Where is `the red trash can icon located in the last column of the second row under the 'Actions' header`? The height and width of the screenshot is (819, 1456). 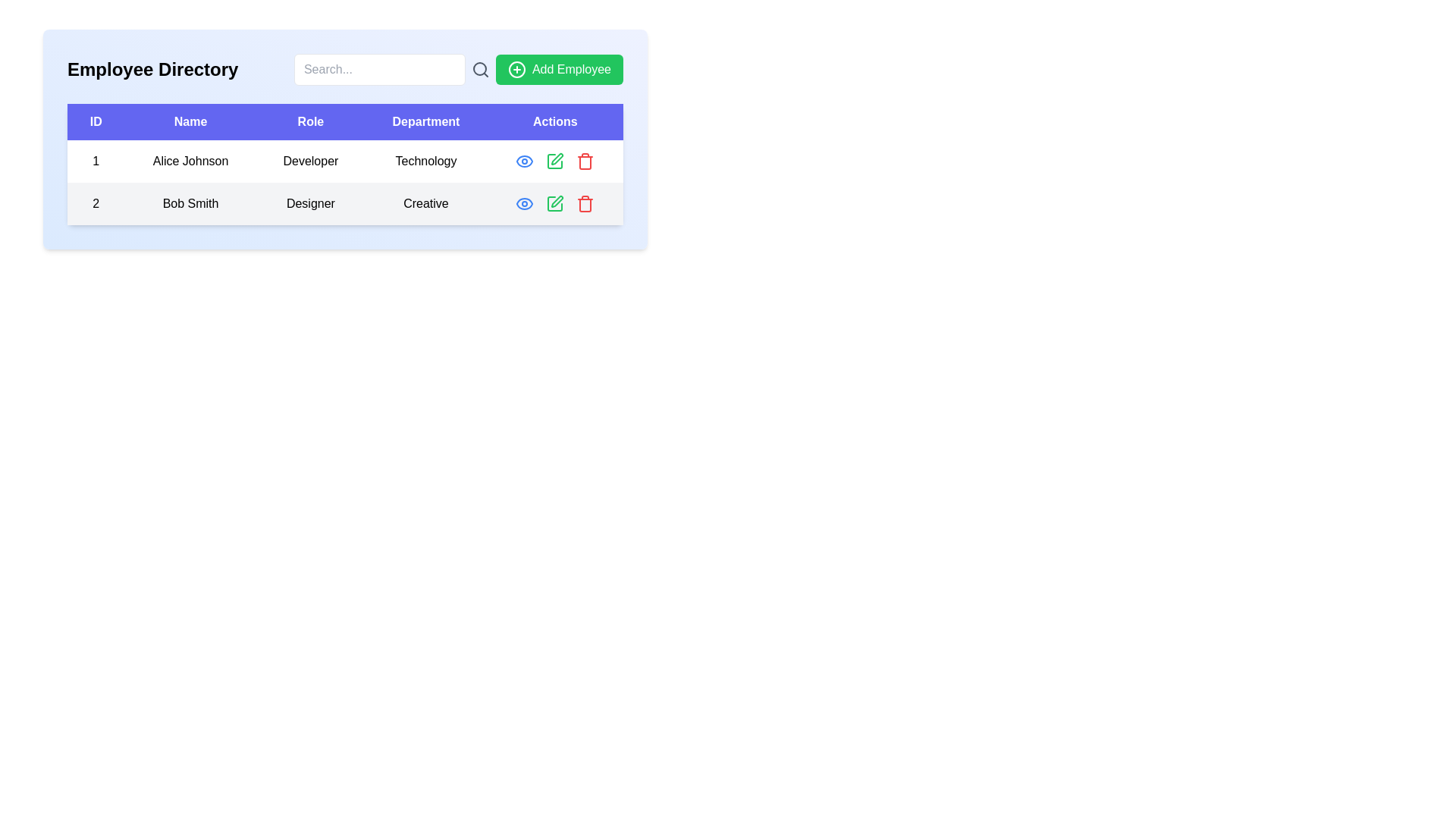
the red trash can icon located in the last column of the second row under the 'Actions' header is located at coordinates (585, 203).